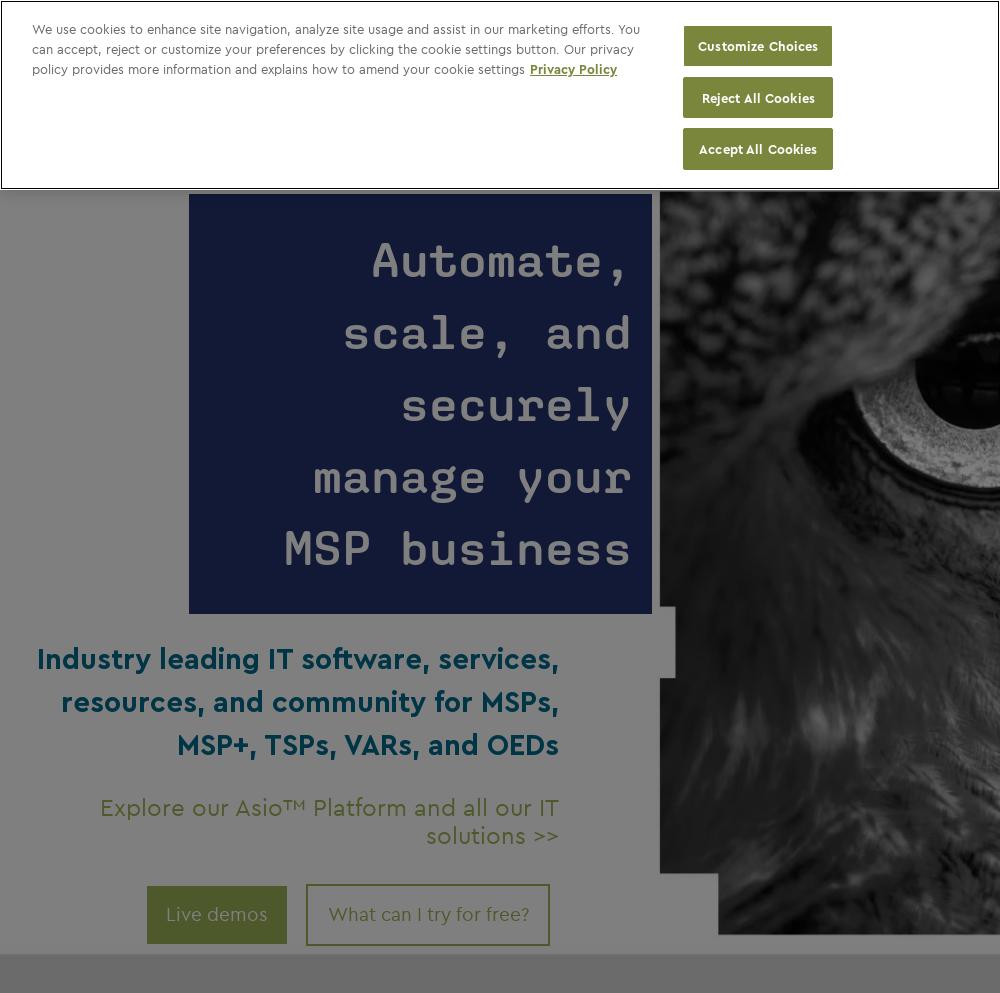  Describe the element at coordinates (825, 100) in the screenshot. I see `'Learn more'` at that location.